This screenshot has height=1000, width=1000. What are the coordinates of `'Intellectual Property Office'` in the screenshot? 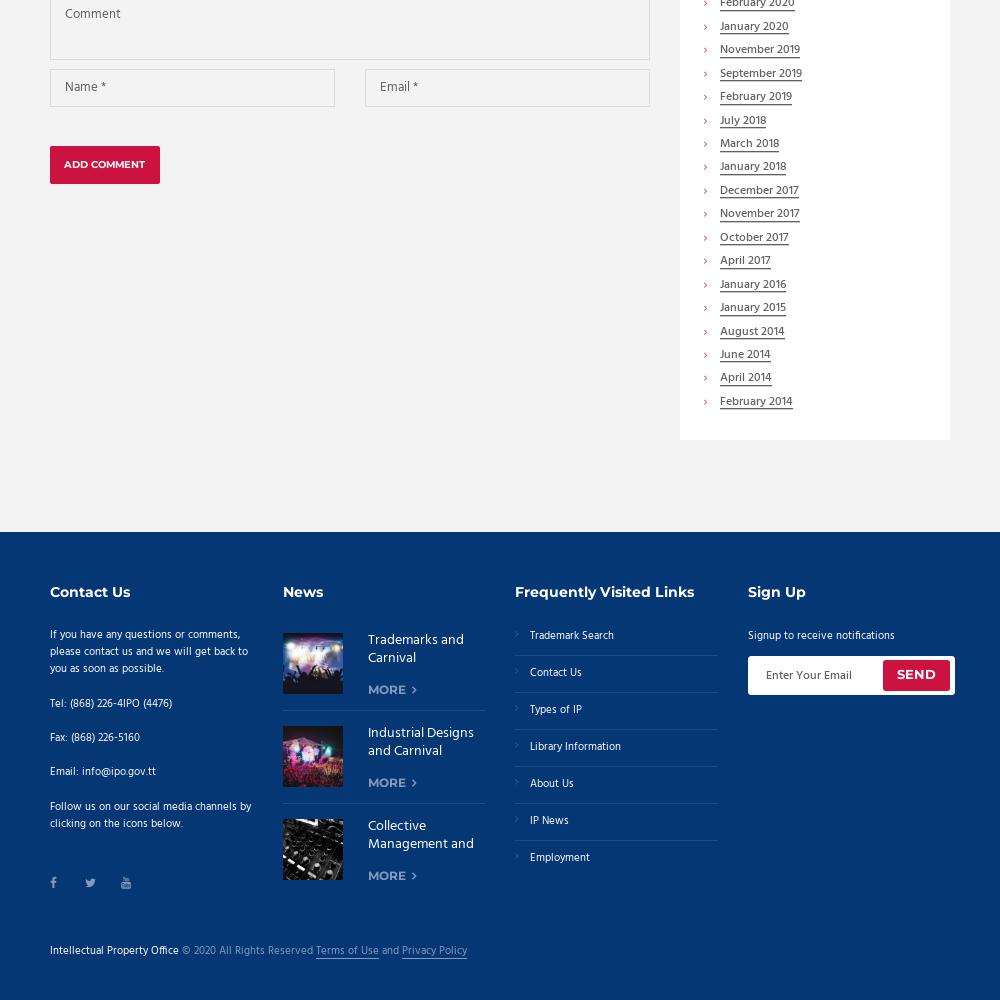 It's located at (113, 950).